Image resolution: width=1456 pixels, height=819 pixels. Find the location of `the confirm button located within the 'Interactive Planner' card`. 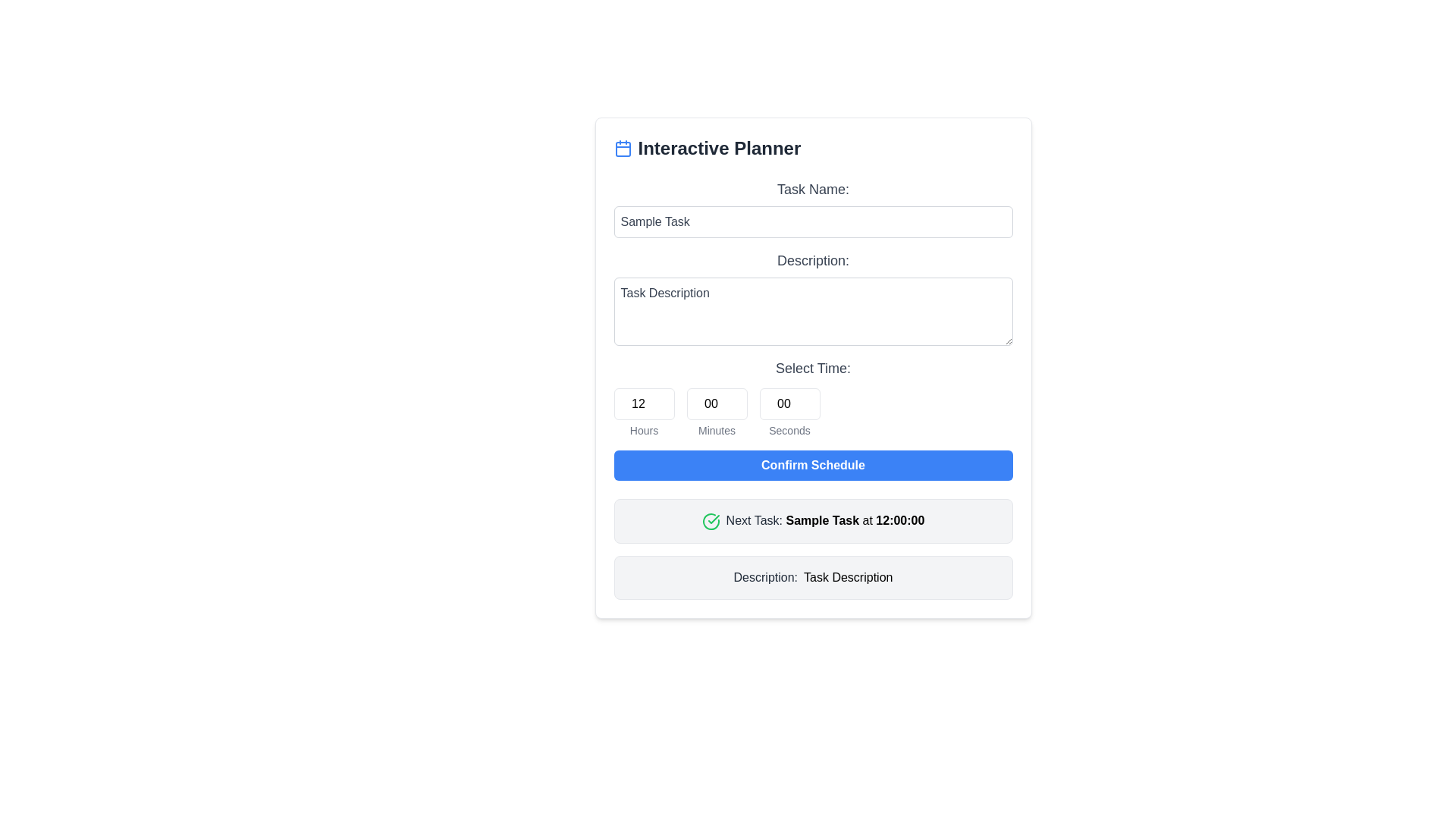

the confirm button located within the 'Interactive Planner' card is located at coordinates (812, 464).